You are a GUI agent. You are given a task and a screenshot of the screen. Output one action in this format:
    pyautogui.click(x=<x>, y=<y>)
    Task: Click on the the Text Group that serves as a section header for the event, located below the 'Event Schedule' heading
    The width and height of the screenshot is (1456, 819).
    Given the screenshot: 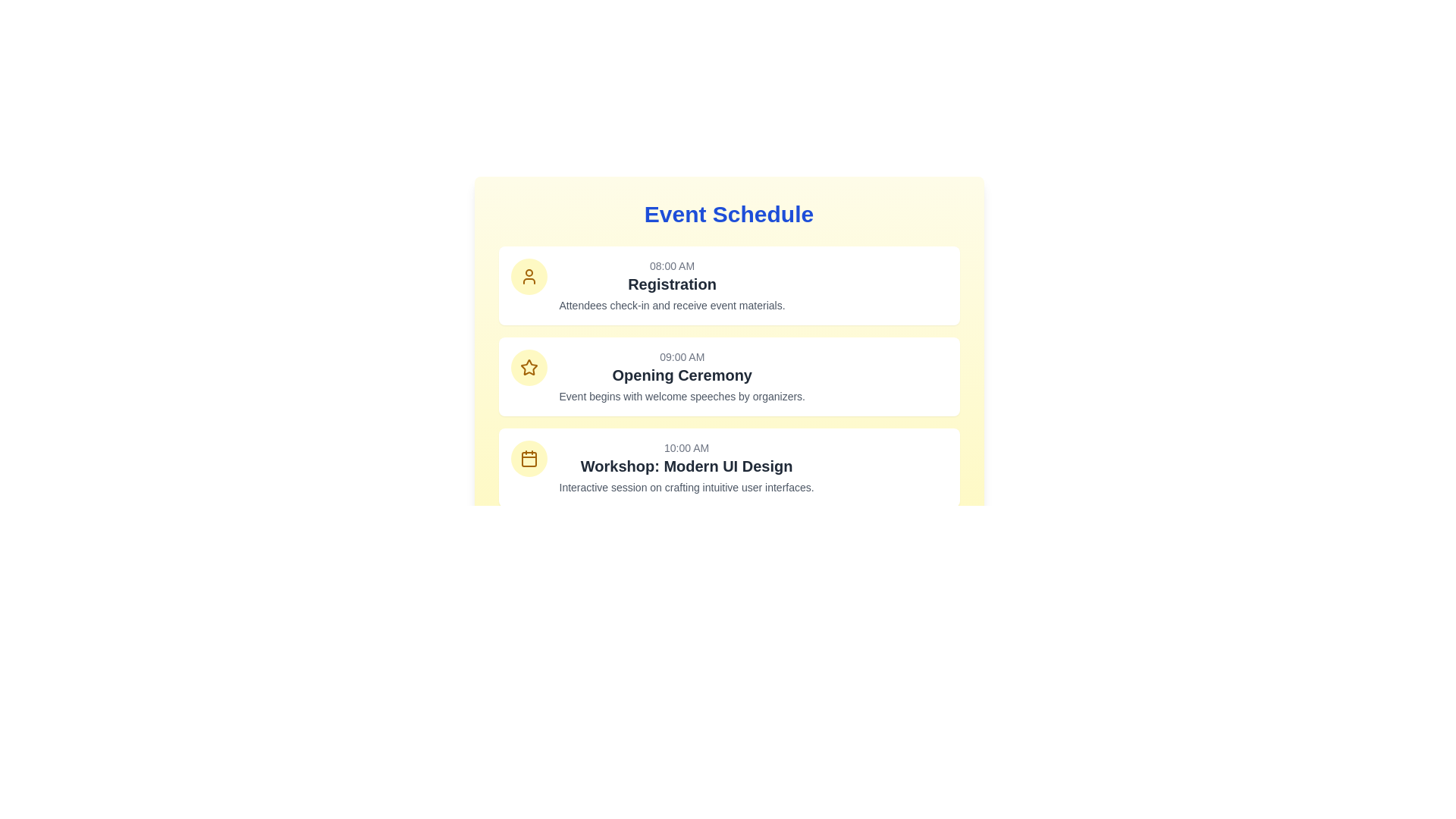 What is the action you would take?
    pyautogui.click(x=671, y=286)
    